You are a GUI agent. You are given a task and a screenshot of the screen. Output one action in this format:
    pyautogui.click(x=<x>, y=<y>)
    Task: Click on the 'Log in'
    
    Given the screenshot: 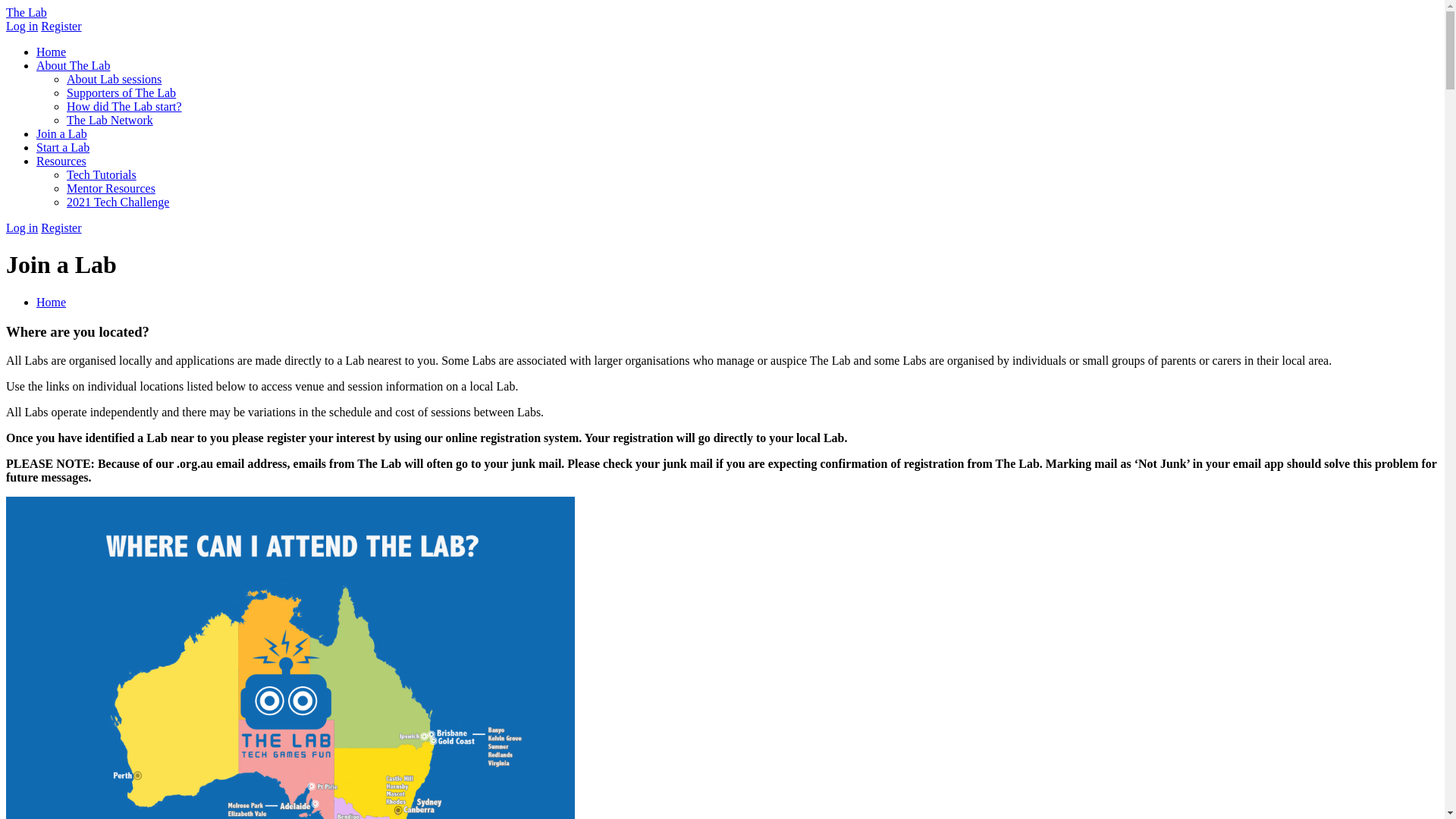 What is the action you would take?
    pyautogui.click(x=21, y=227)
    